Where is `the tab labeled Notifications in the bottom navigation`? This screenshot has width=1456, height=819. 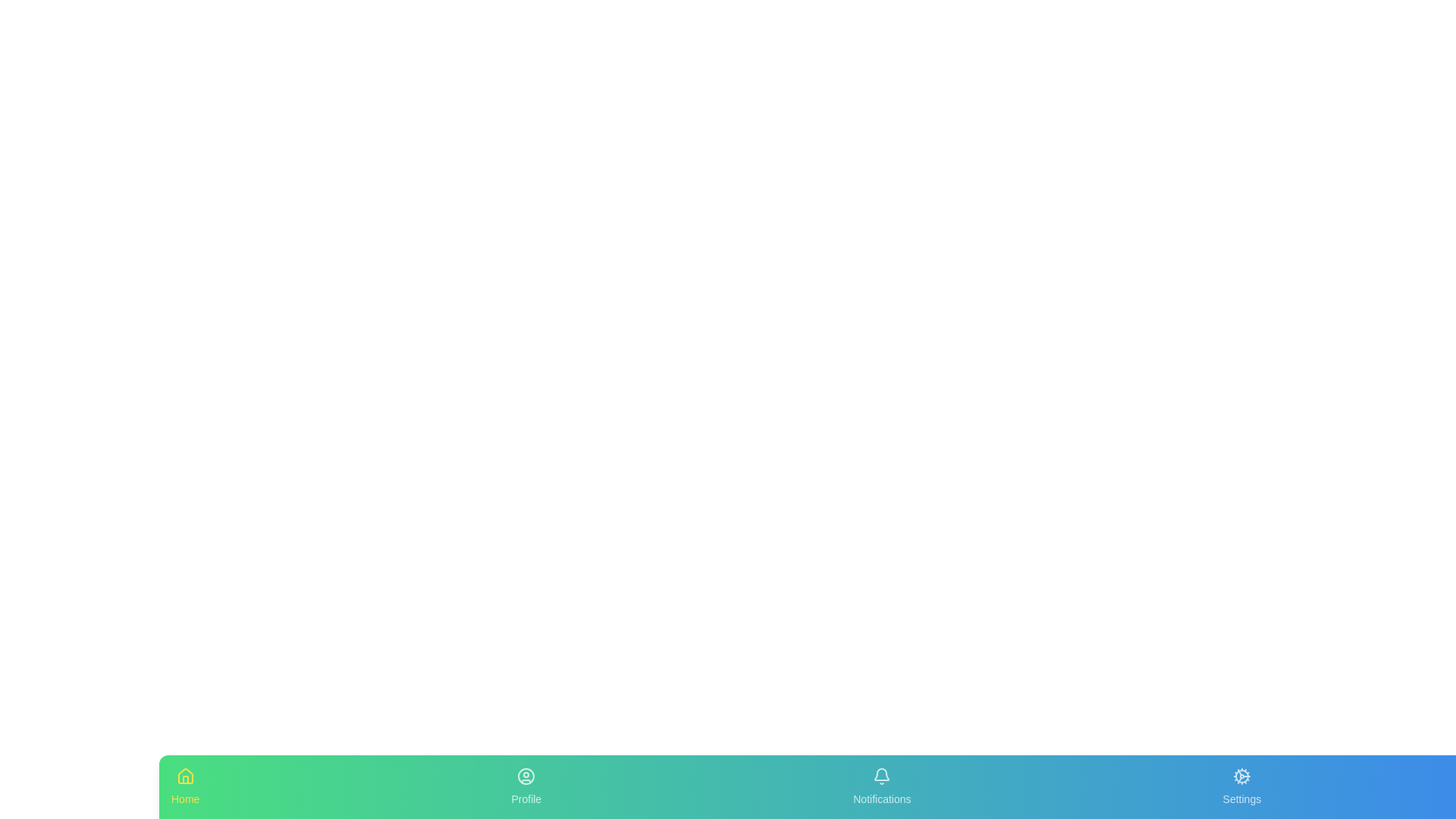 the tab labeled Notifications in the bottom navigation is located at coordinates (882, 786).